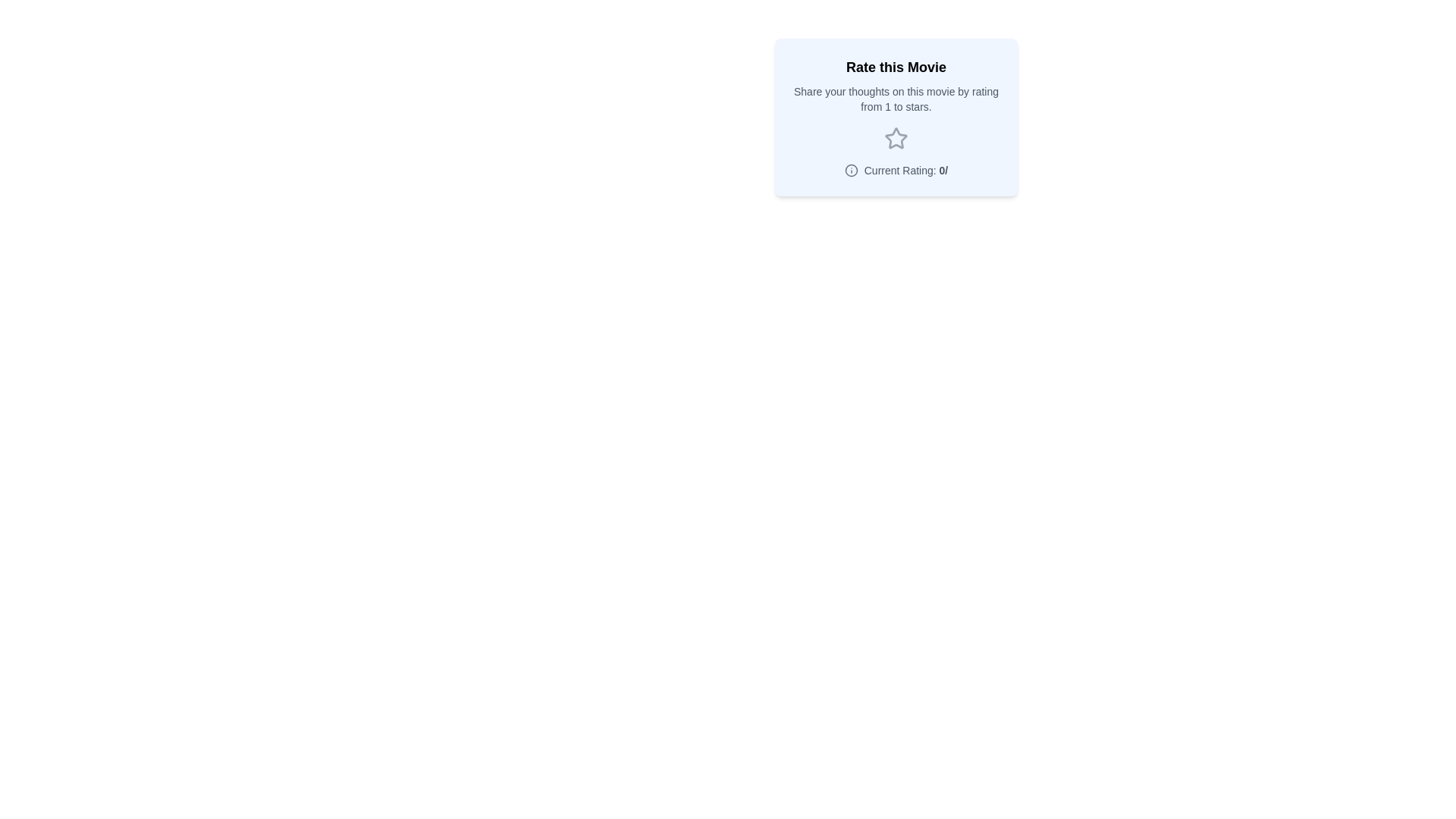 Image resolution: width=1456 pixels, height=819 pixels. I want to click on the movie rating icon located at the top center of the light-blue card titled 'Rate this Movie', which allows users, so click(896, 138).